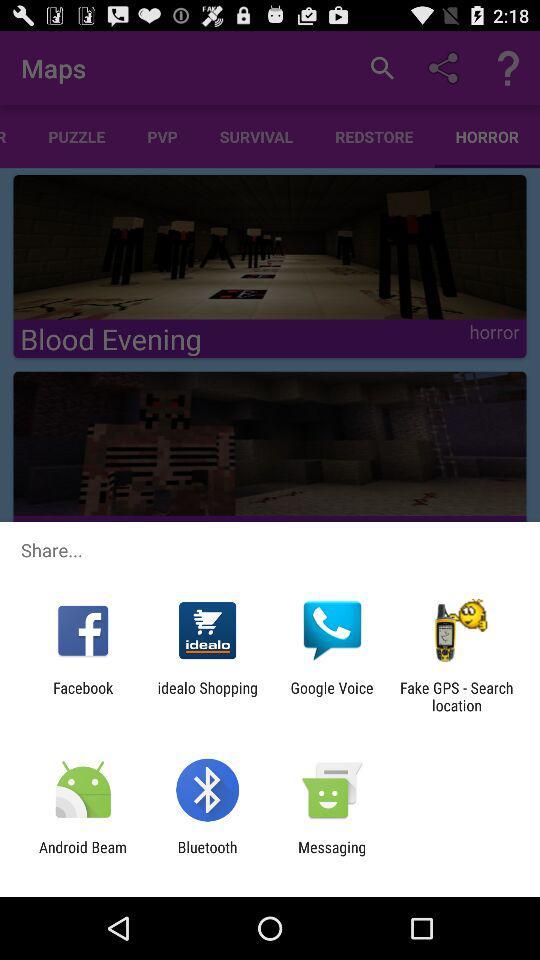  I want to click on the item to the left of bluetooth, so click(82, 855).